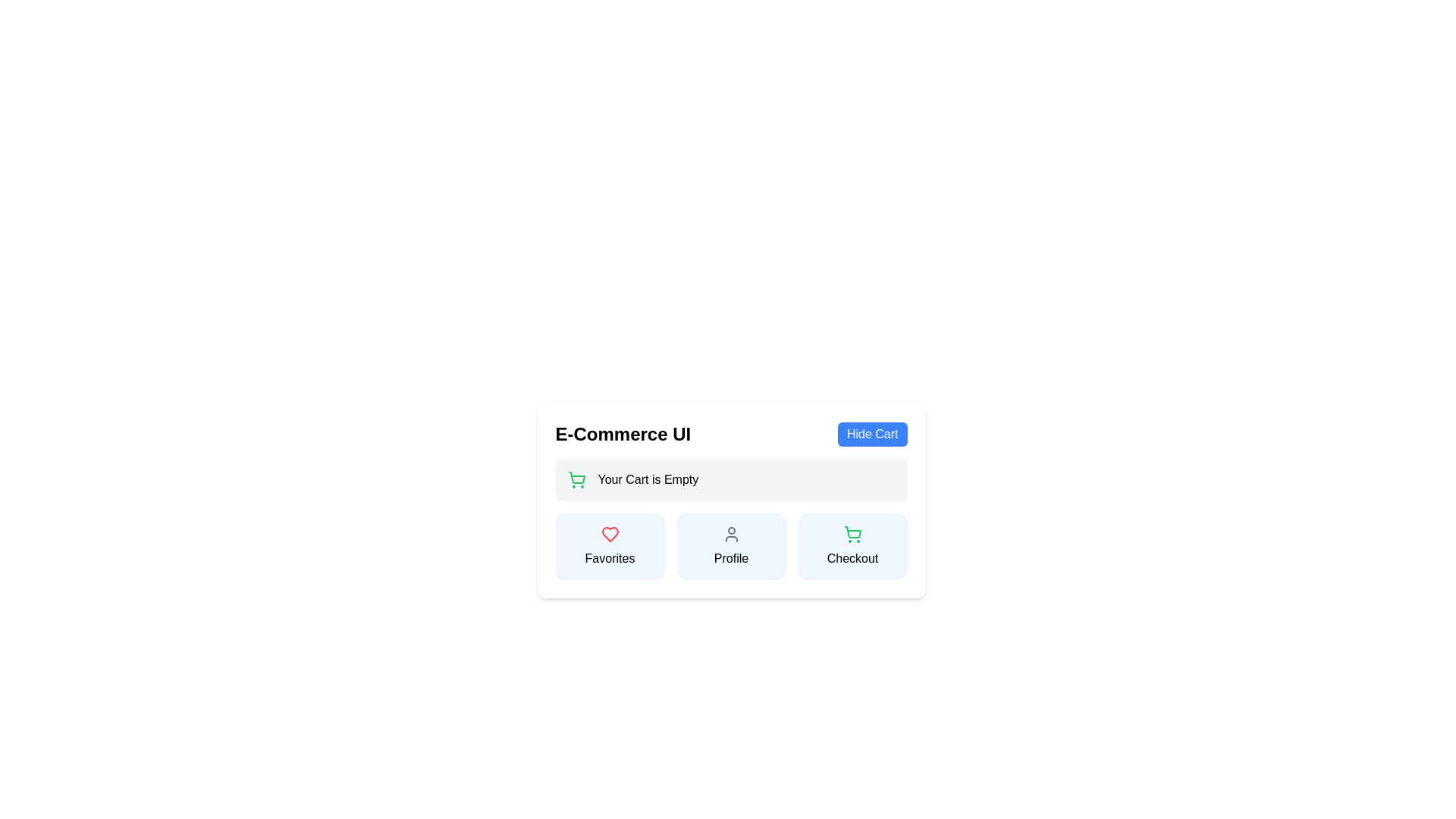 The width and height of the screenshot is (1456, 819). Describe the element at coordinates (623, 435) in the screenshot. I see `the Text Label that represents the title or branding of the e-commerce platform` at that location.